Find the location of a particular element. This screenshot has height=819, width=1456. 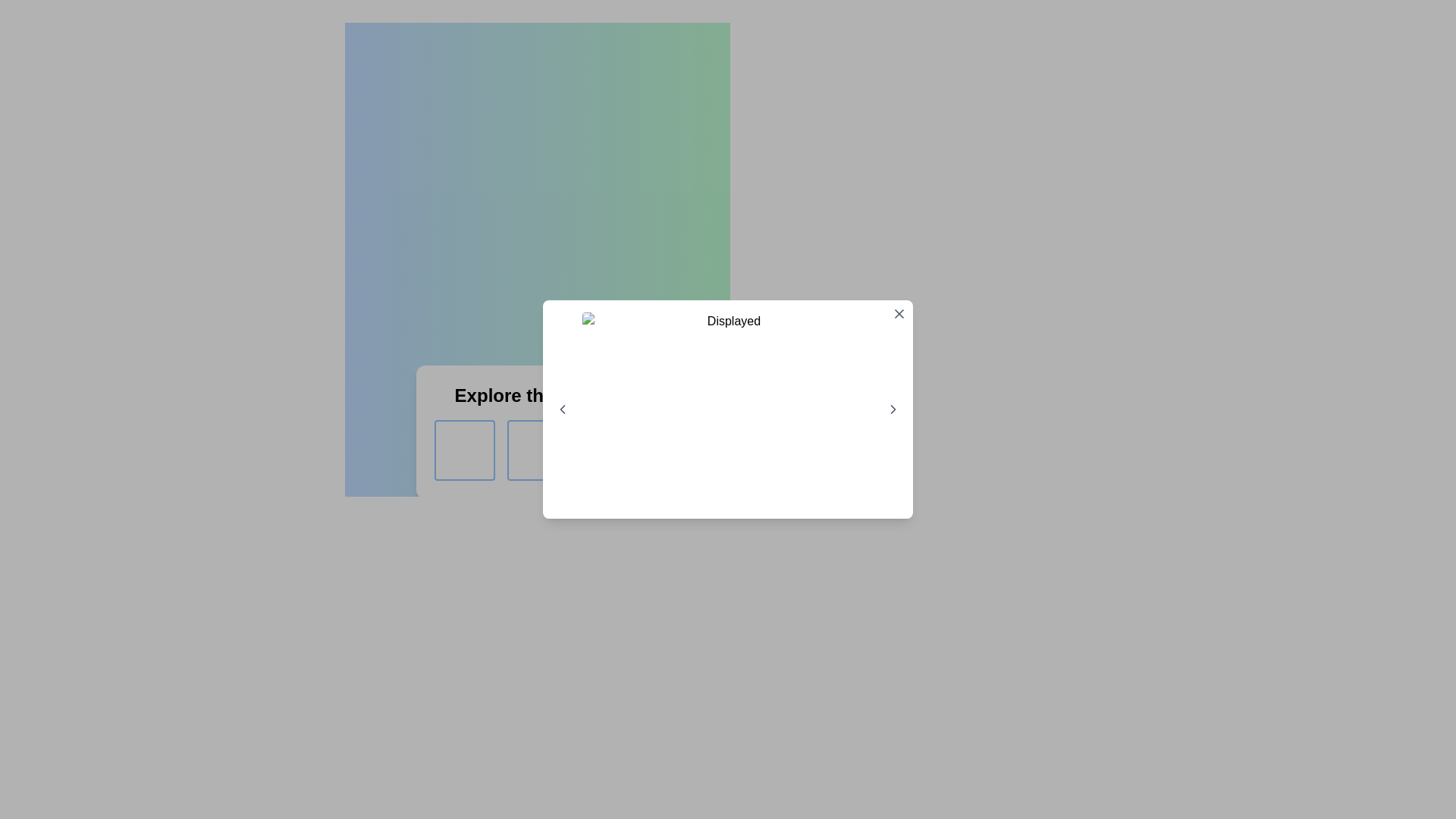

the second thumbnail in a row of three, which has a blue border and a greenish background image is located at coordinates (538, 450).